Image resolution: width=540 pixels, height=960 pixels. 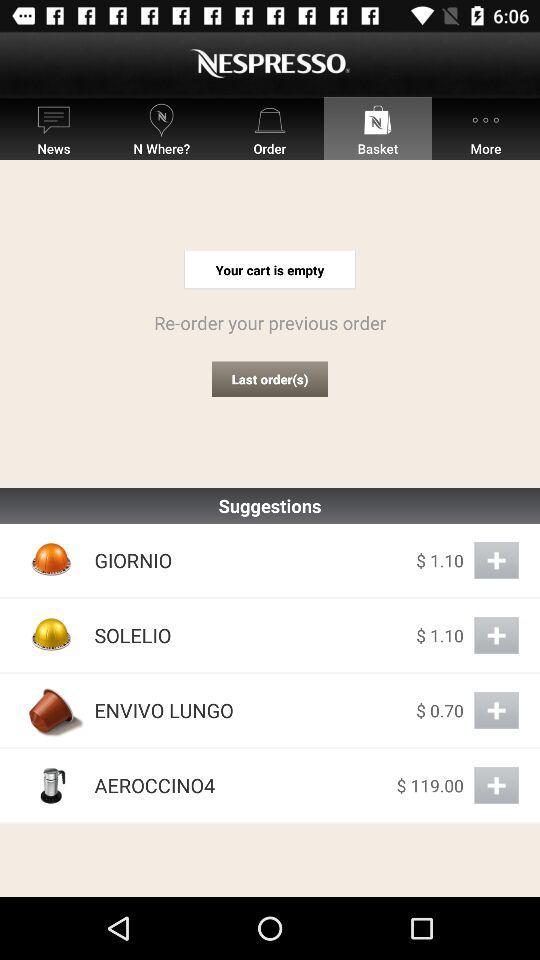 I want to click on grey color box with plus sign at bottom right corner, so click(x=495, y=785).